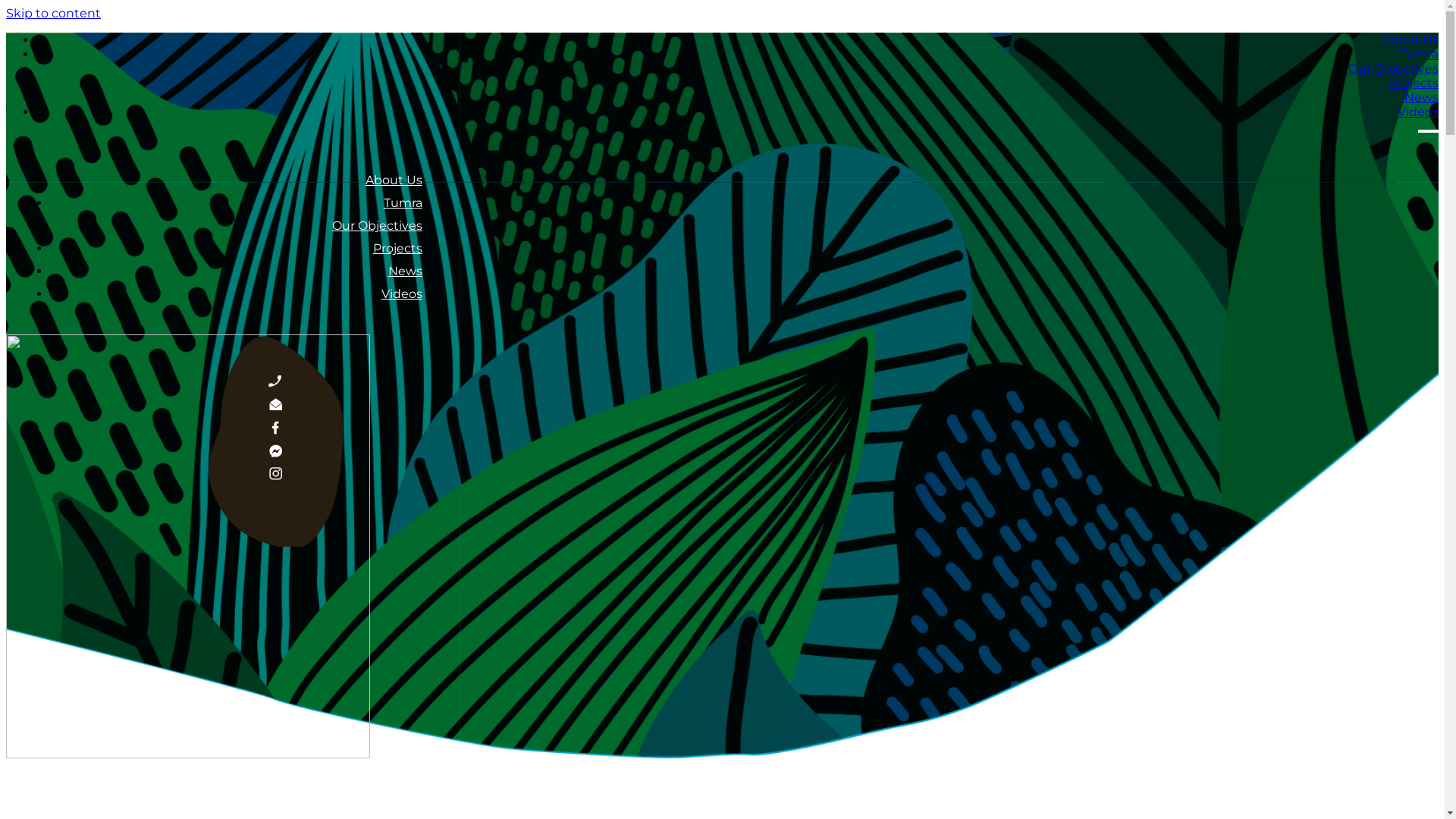  I want to click on 'News', so click(1420, 97).